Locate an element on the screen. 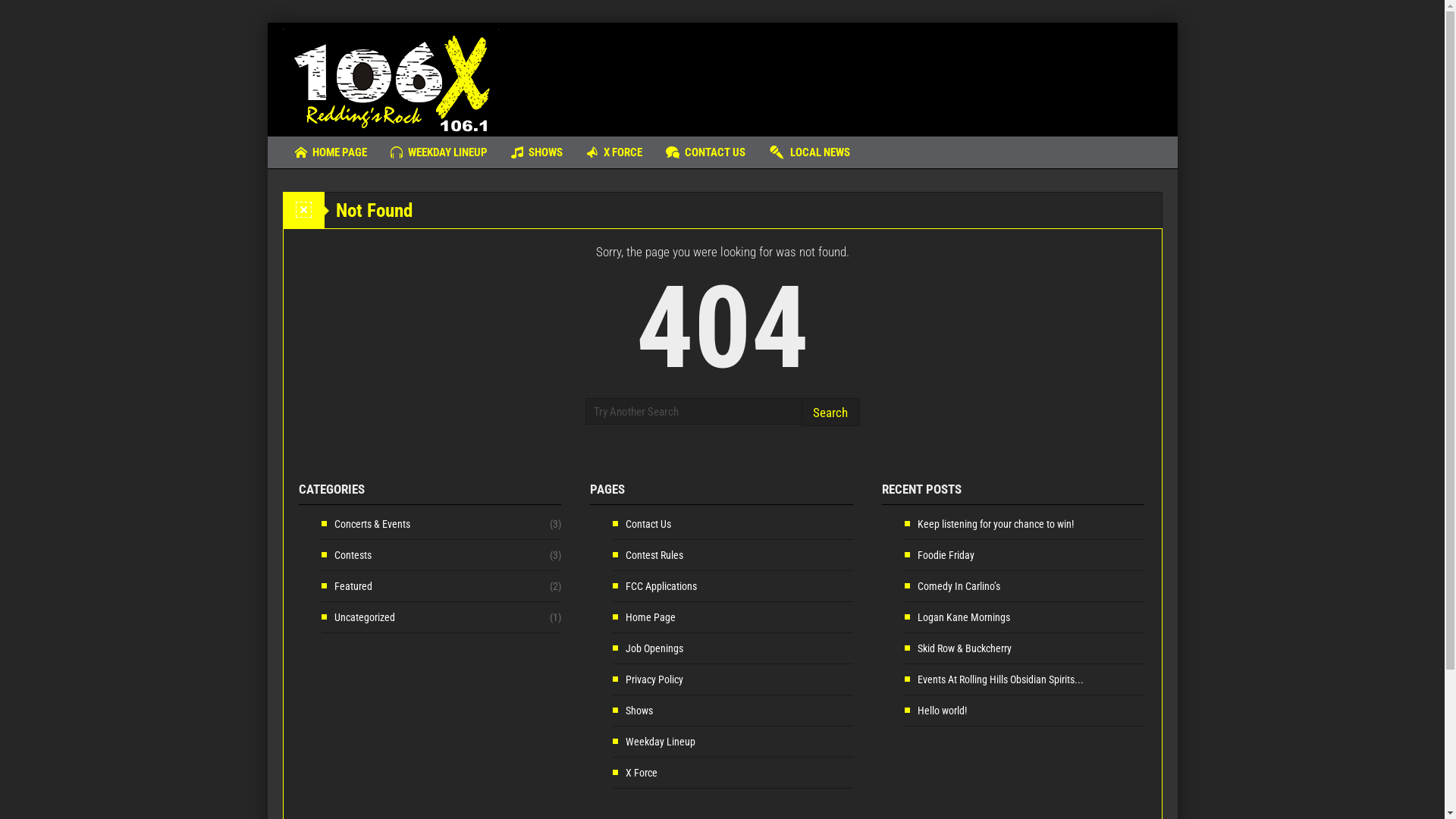  'Hello world!' is located at coordinates (934, 711).